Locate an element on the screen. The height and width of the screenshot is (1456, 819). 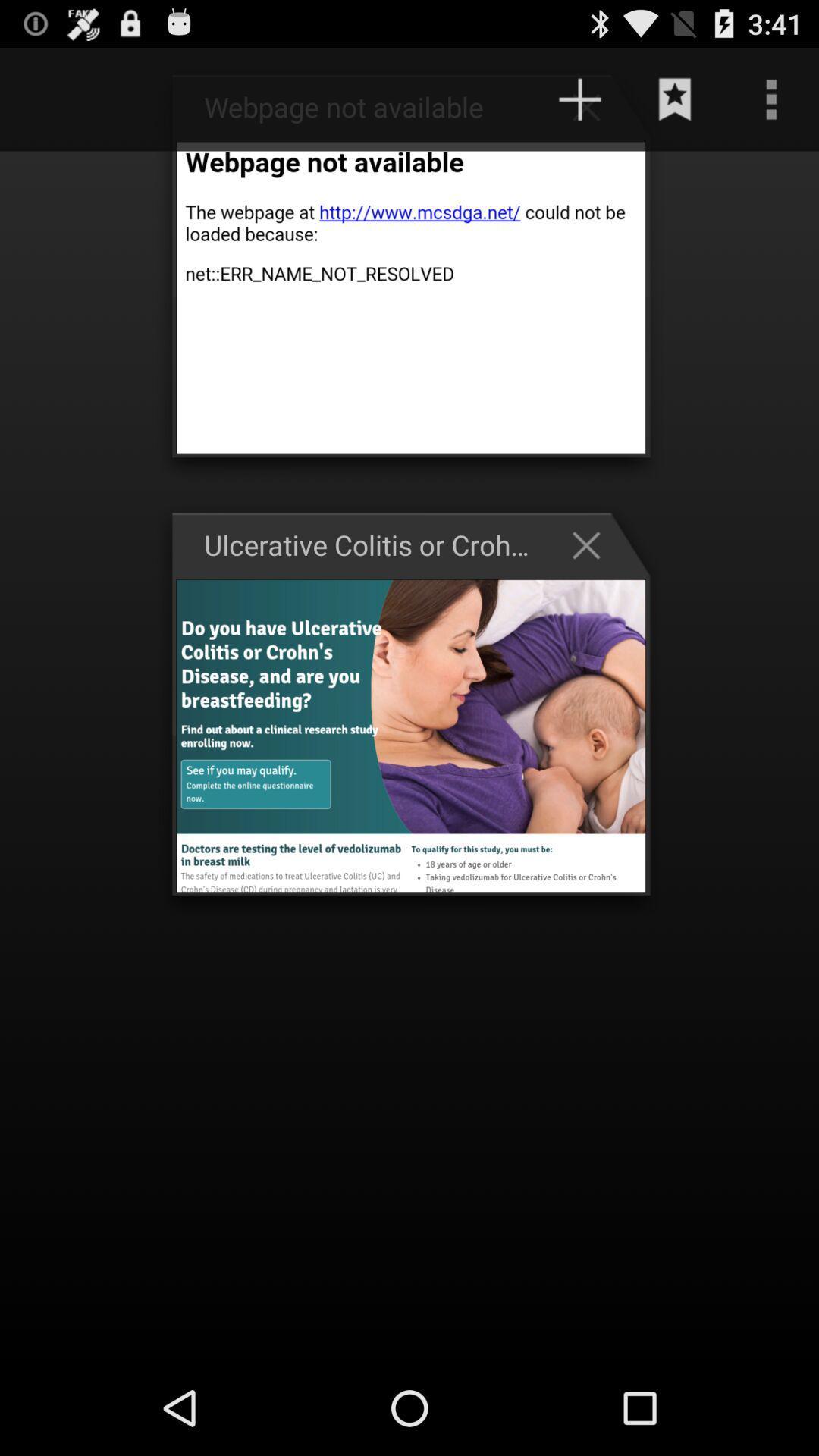
the plus icon is located at coordinates (579, 99).